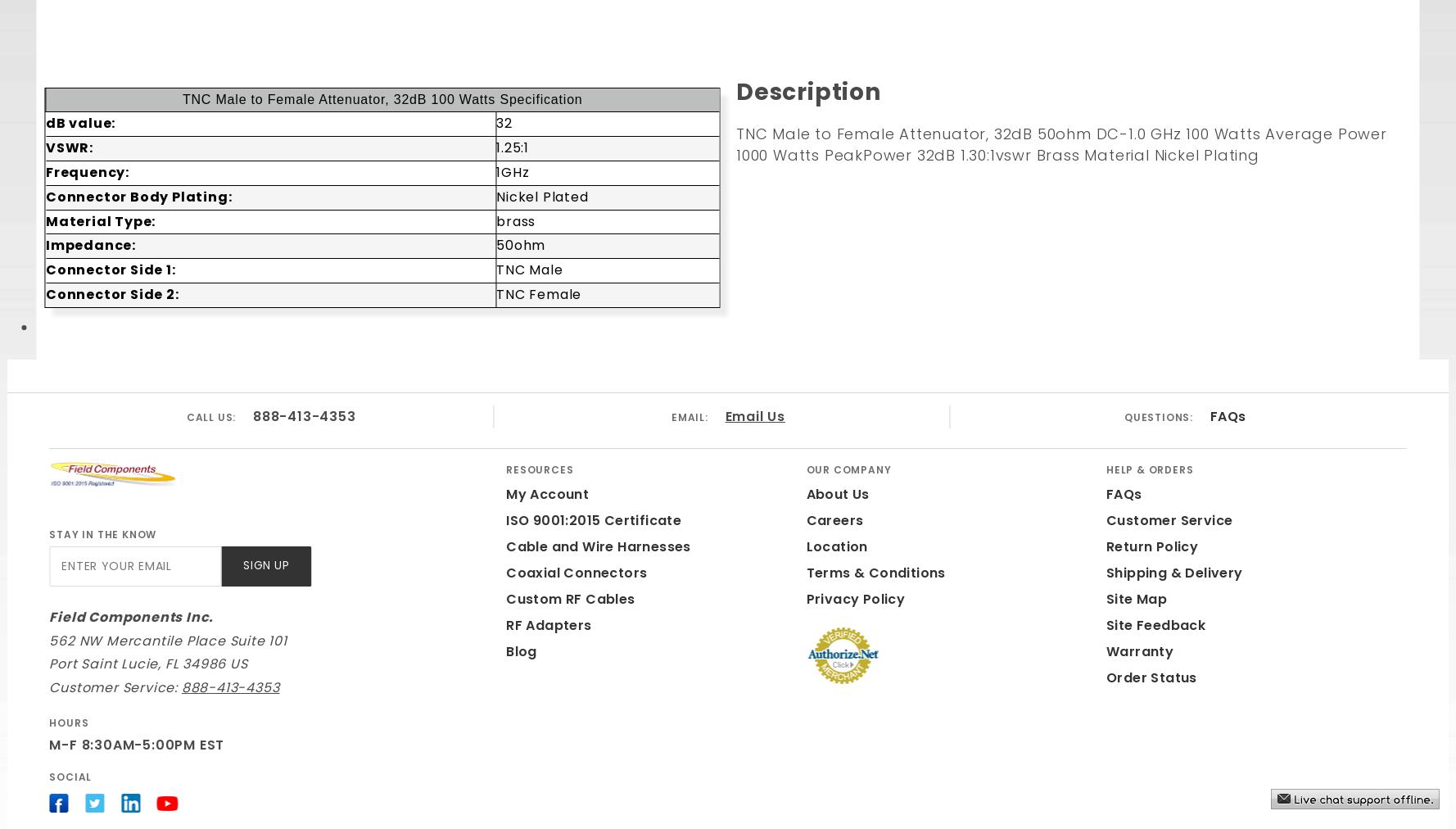 The height and width of the screenshot is (829, 1456). What do you see at coordinates (548, 623) in the screenshot?
I see `'RF Adapters'` at bounding box center [548, 623].